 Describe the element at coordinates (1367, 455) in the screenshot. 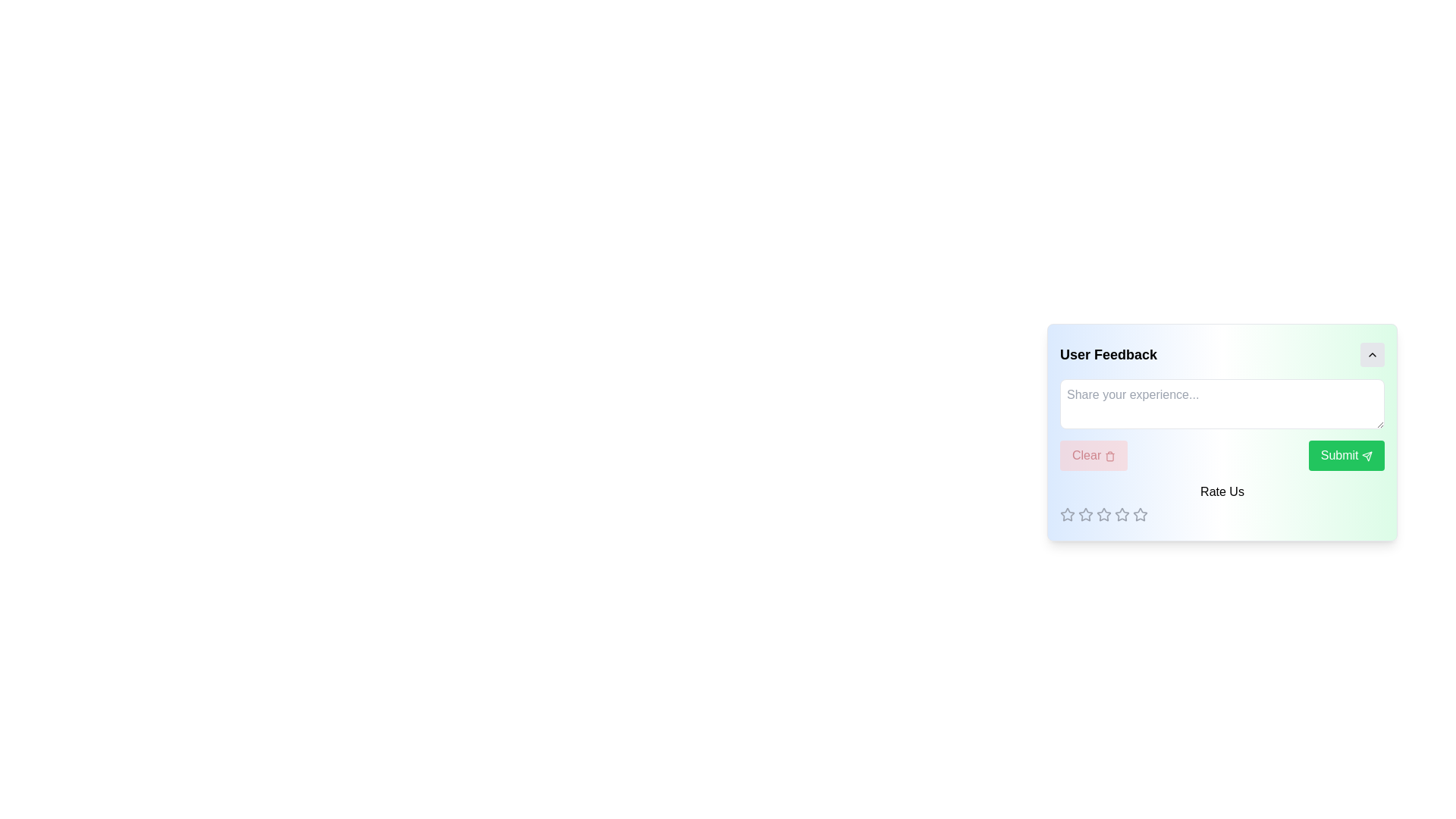

I see `the 'Submit' button containing the green arrow SVG icon` at that location.